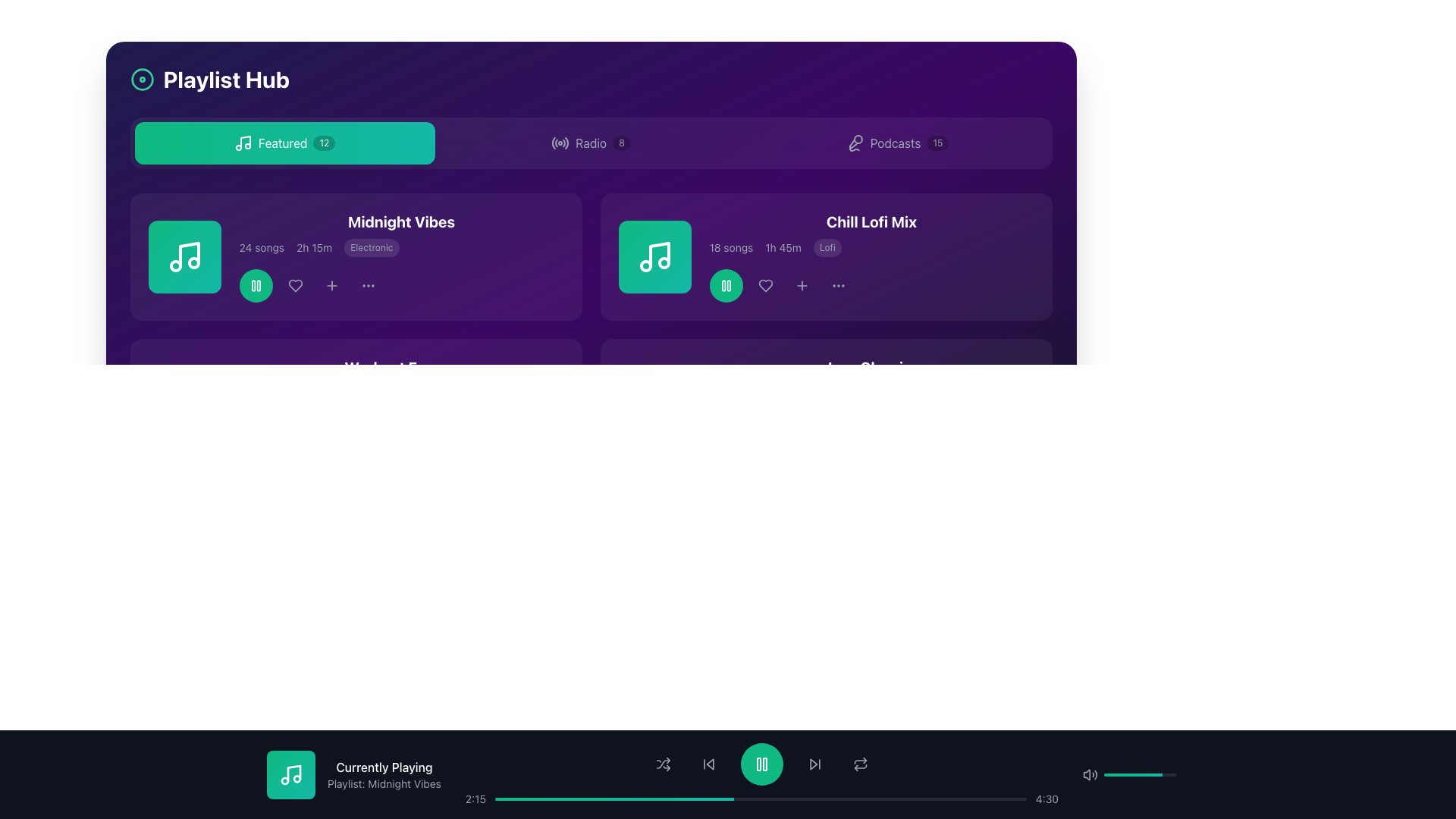  I want to click on individual metadata pieces in the text group displaying '24 songs', '2h 15m', and 'Electronic' located beneath the title 'Midnight Vibes' in the playlist card, so click(401, 247).